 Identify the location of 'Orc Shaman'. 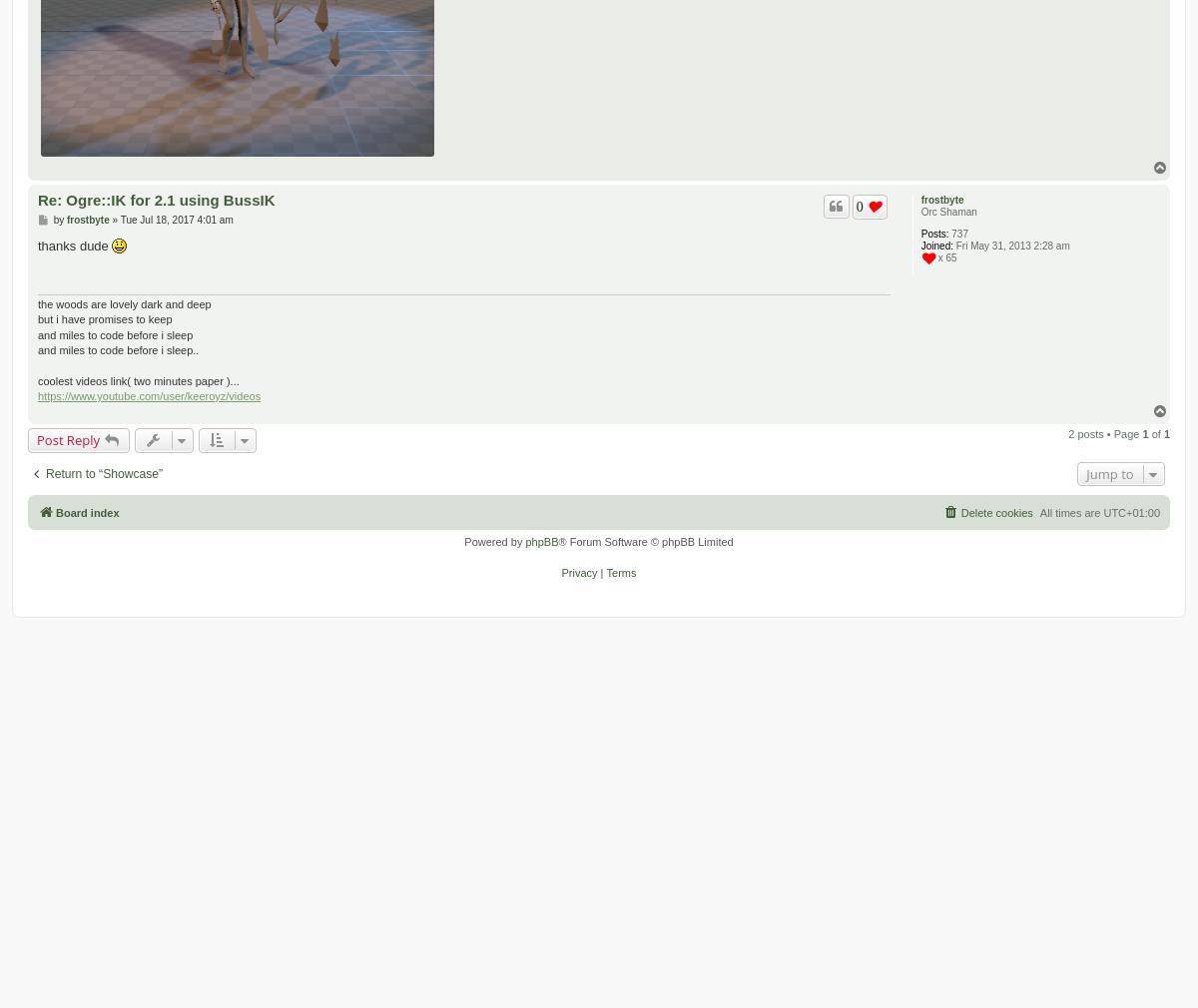
(948, 210).